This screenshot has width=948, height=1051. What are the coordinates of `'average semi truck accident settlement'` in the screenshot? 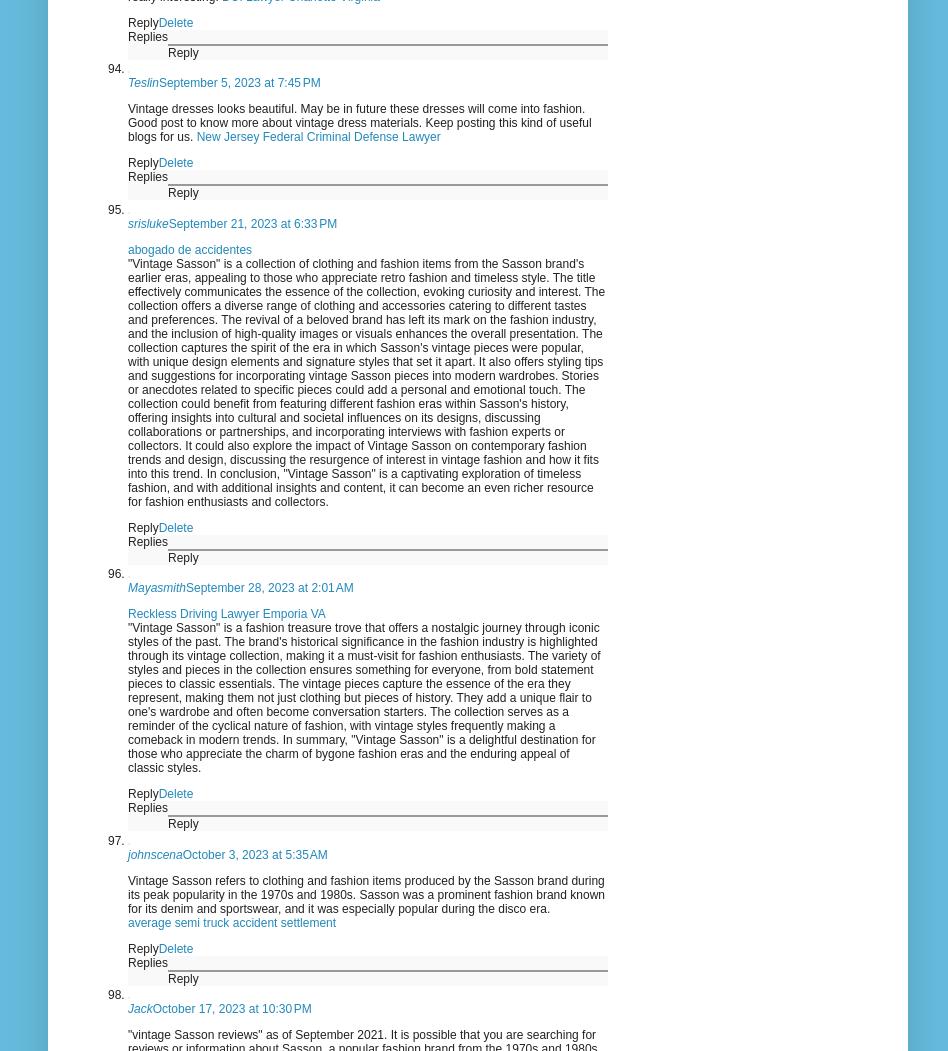 It's located at (230, 922).